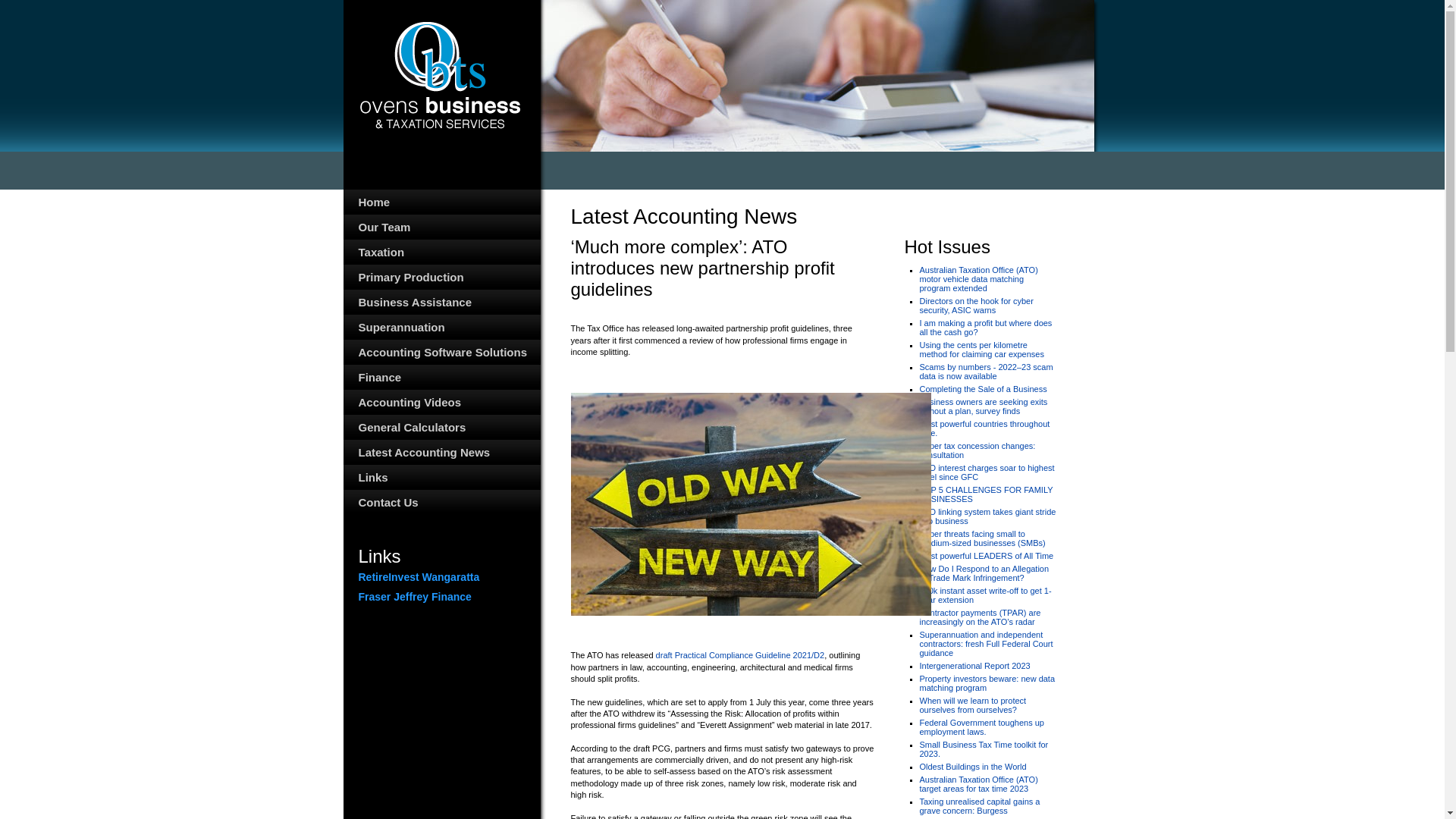 The width and height of the screenshot is (1456, 819). What do you see at coordinates (972, 766) in the screenshot?
I see `'Oldest Buildings in the World'` at bounding box center [972, 766].